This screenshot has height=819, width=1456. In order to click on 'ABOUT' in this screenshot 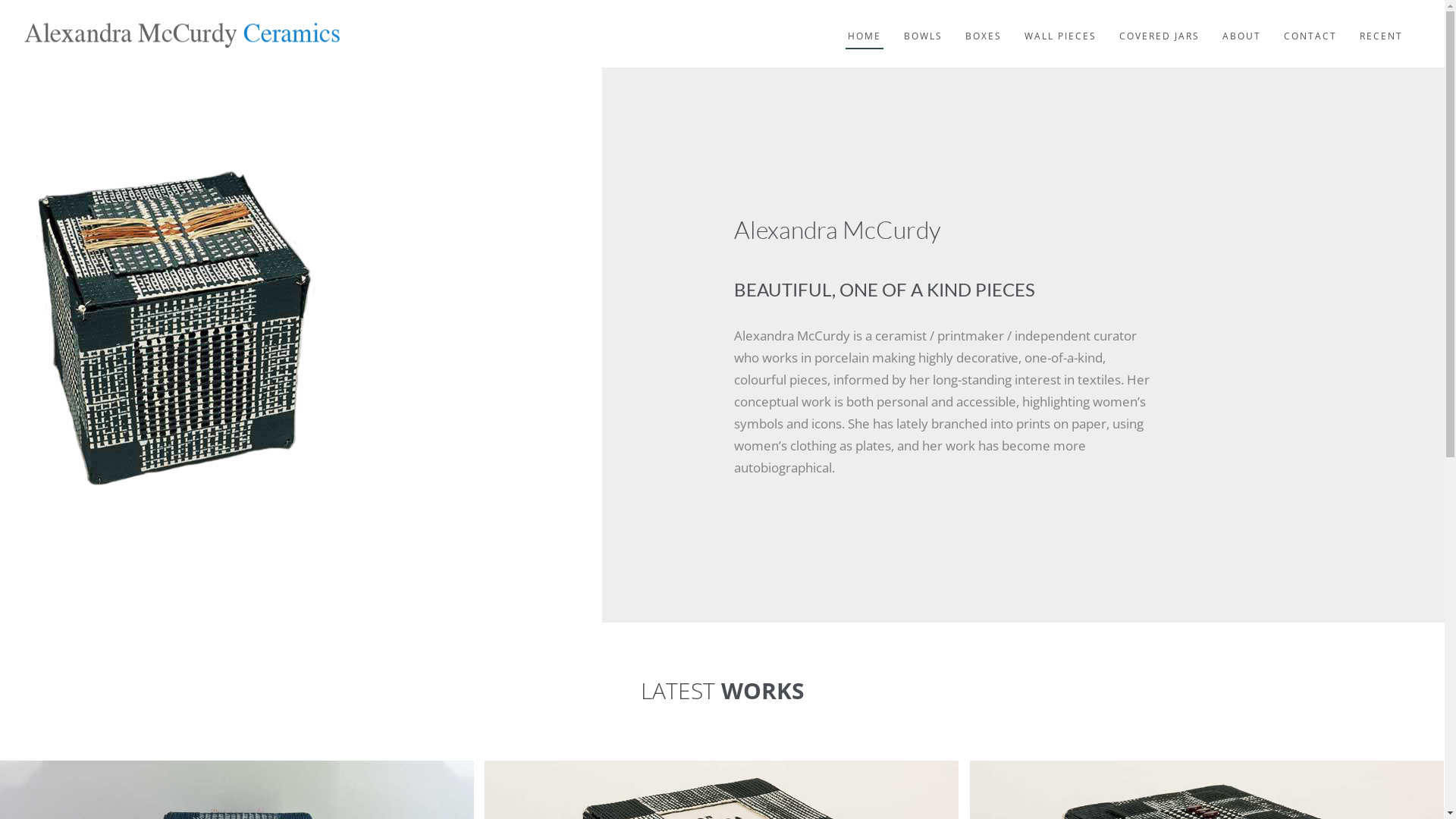, I will do `click(1241, 24)`.